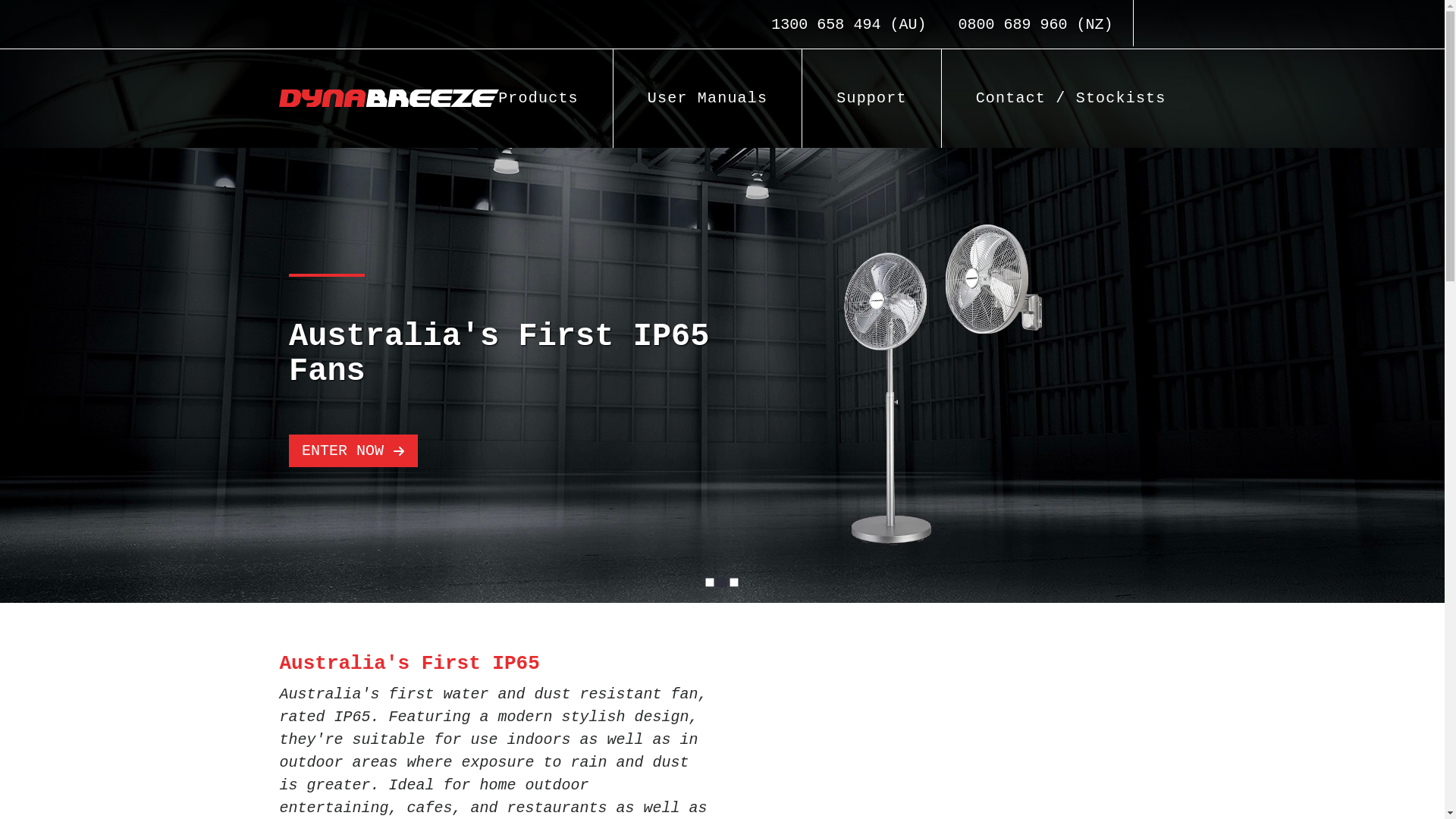 The image size is (1456, 819). Describe the element at coordinates (847, 24) in the screenshot. I see `'1300 658 494 (AU)'` at that location.